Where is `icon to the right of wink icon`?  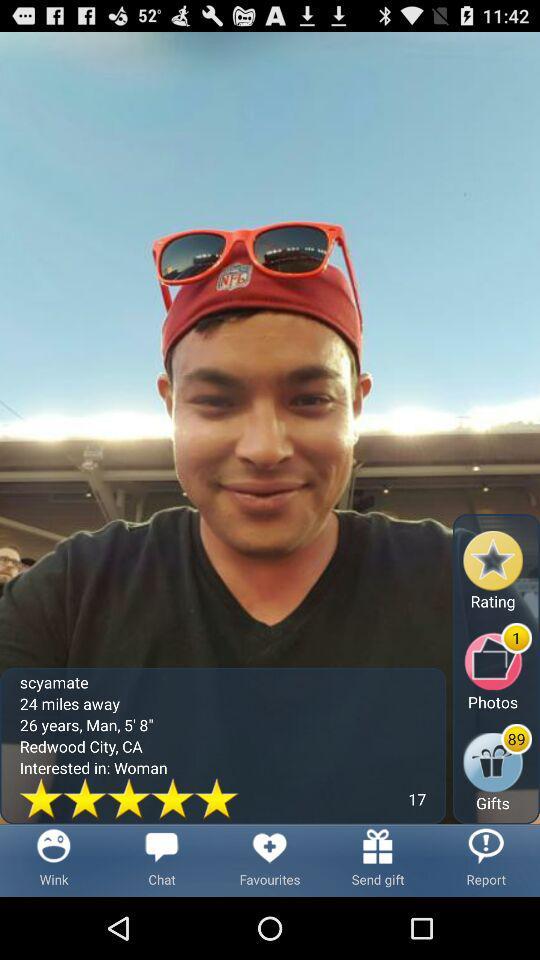
icon to the right of wink icon is located at coordinates (161, 859).